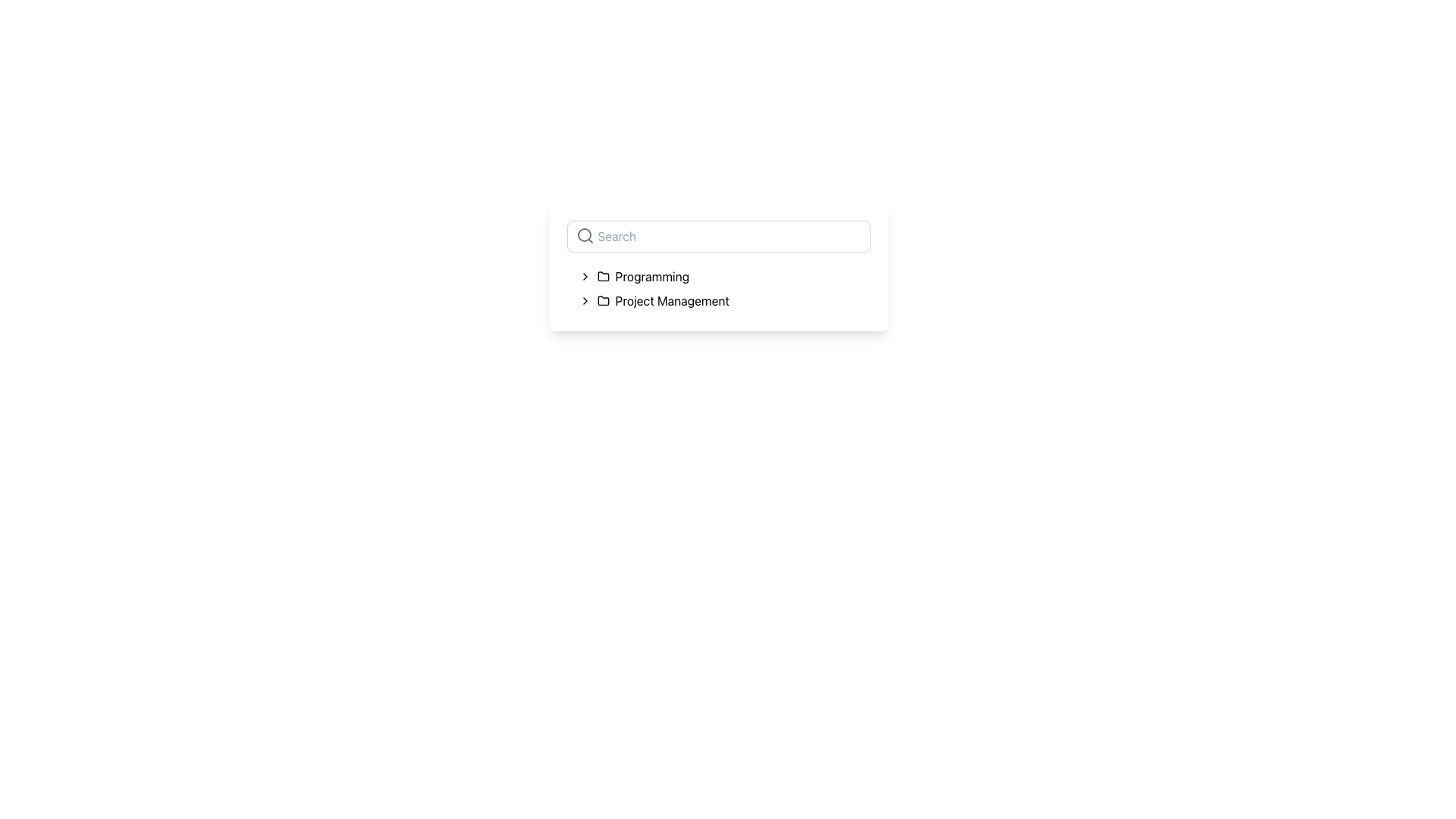  Describe the element at coordinates (602, 300) in the screenshot. I see `the folder icon located immediately to the left of the label 'Project Management', which is the second folder icon in the vertical list` at that location.